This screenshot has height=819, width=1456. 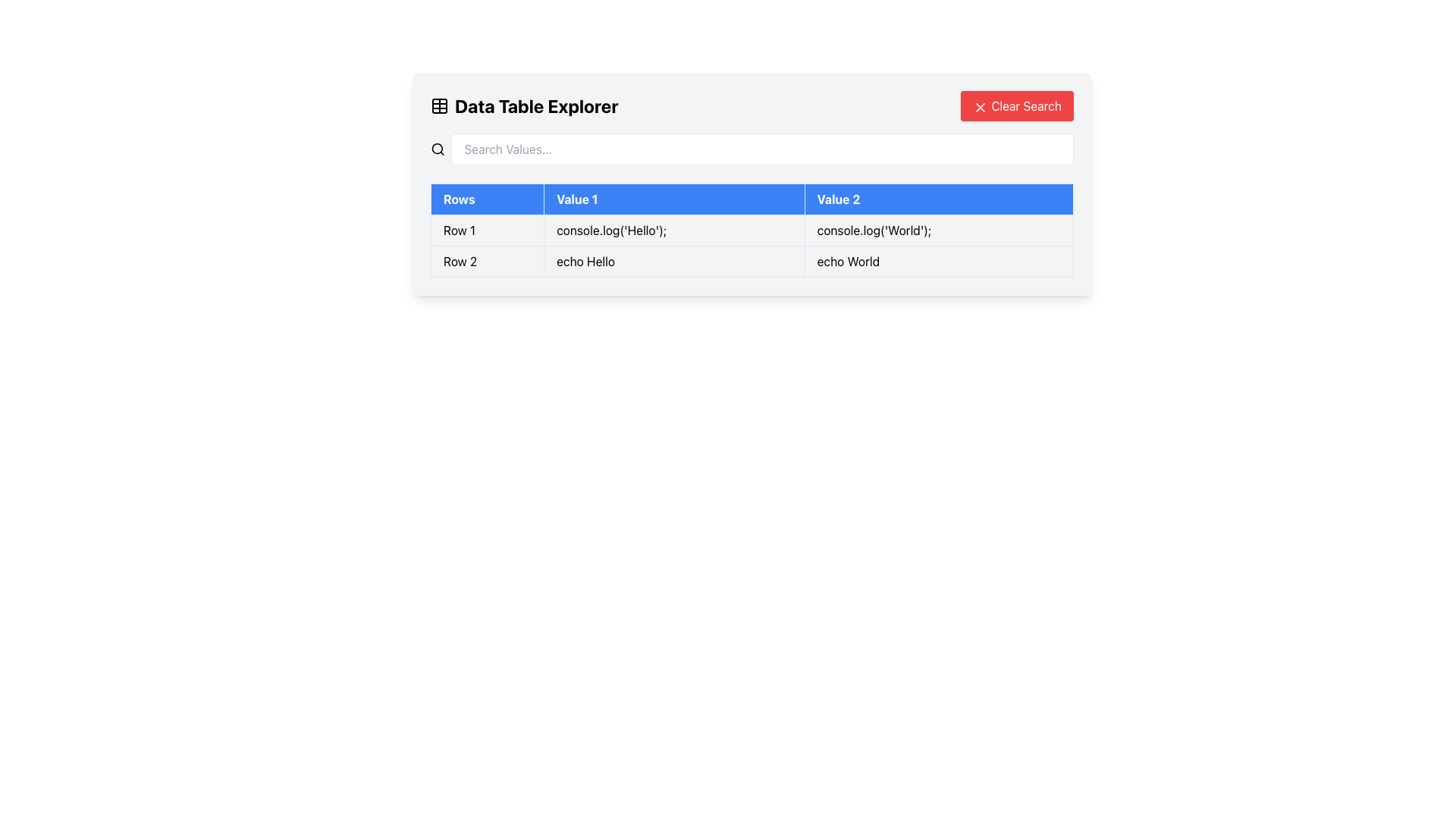 I want to click on the bold text label 'Data Table Explorer' with a table icon to its left, located at the top left of the interface, so click(x=524, y=105).